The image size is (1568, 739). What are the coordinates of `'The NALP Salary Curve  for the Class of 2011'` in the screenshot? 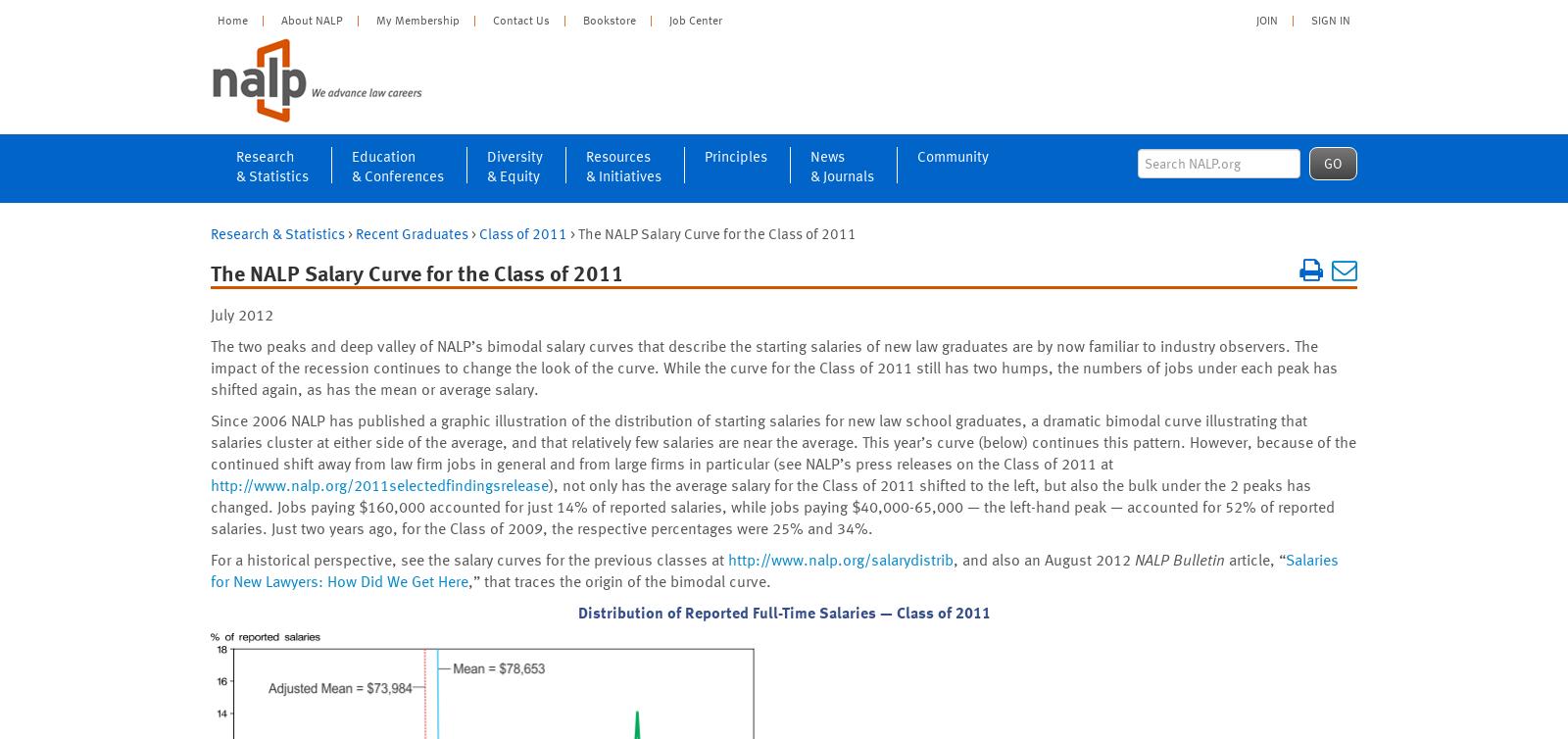 It's located at (416, 271).